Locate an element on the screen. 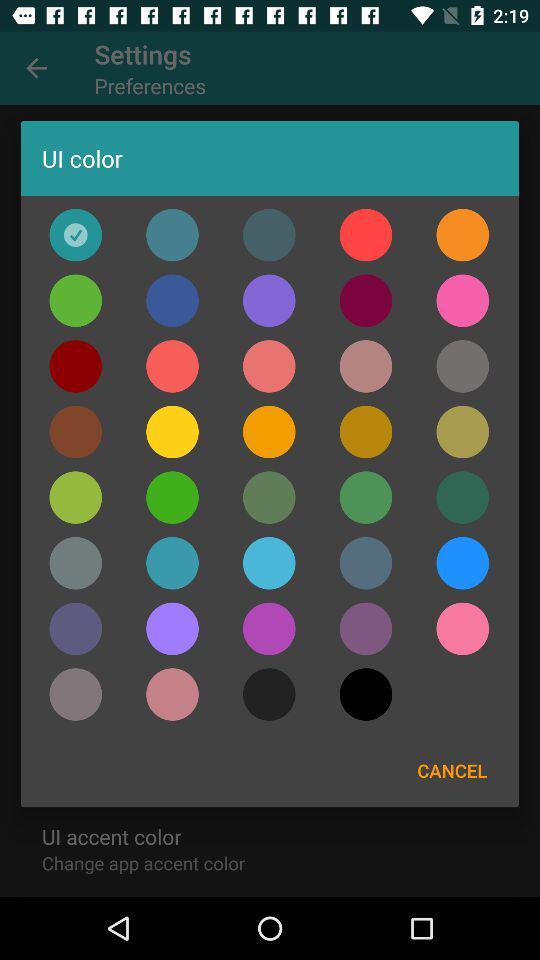  purpleish ui color is located at coordinates (172, 694).